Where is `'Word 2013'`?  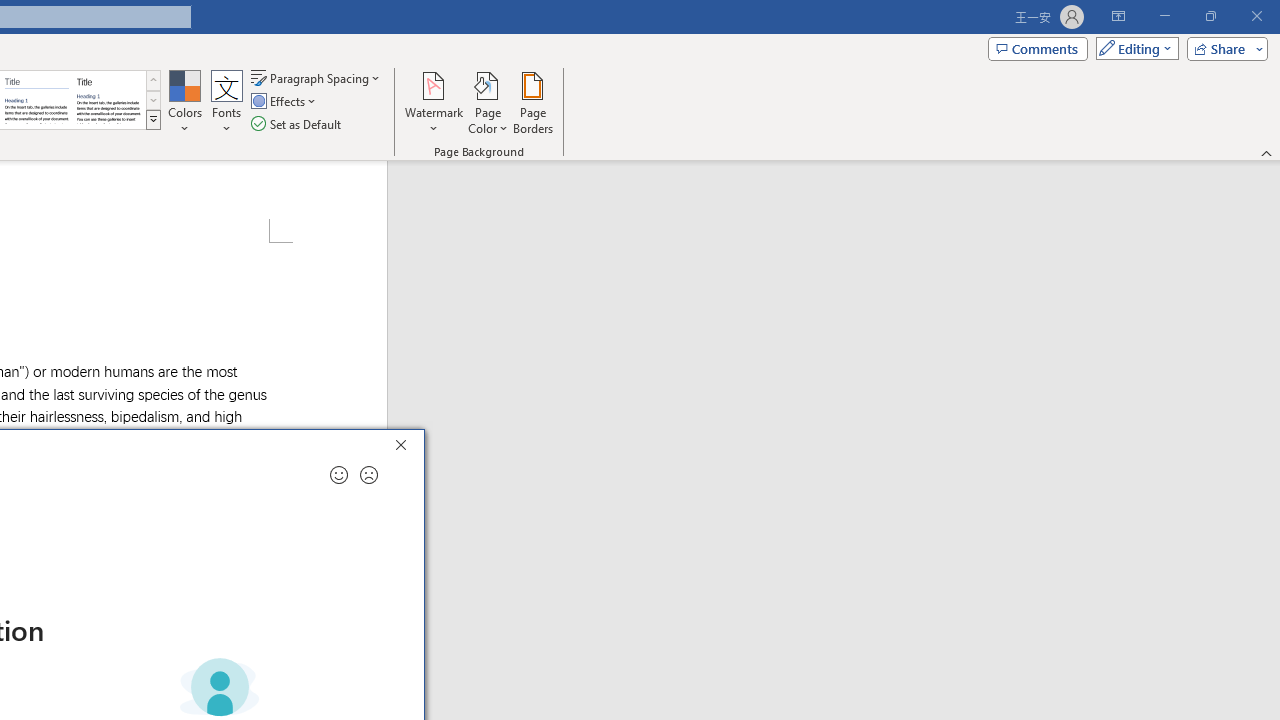
'Word 2013' is located at coordinates (107, 100).